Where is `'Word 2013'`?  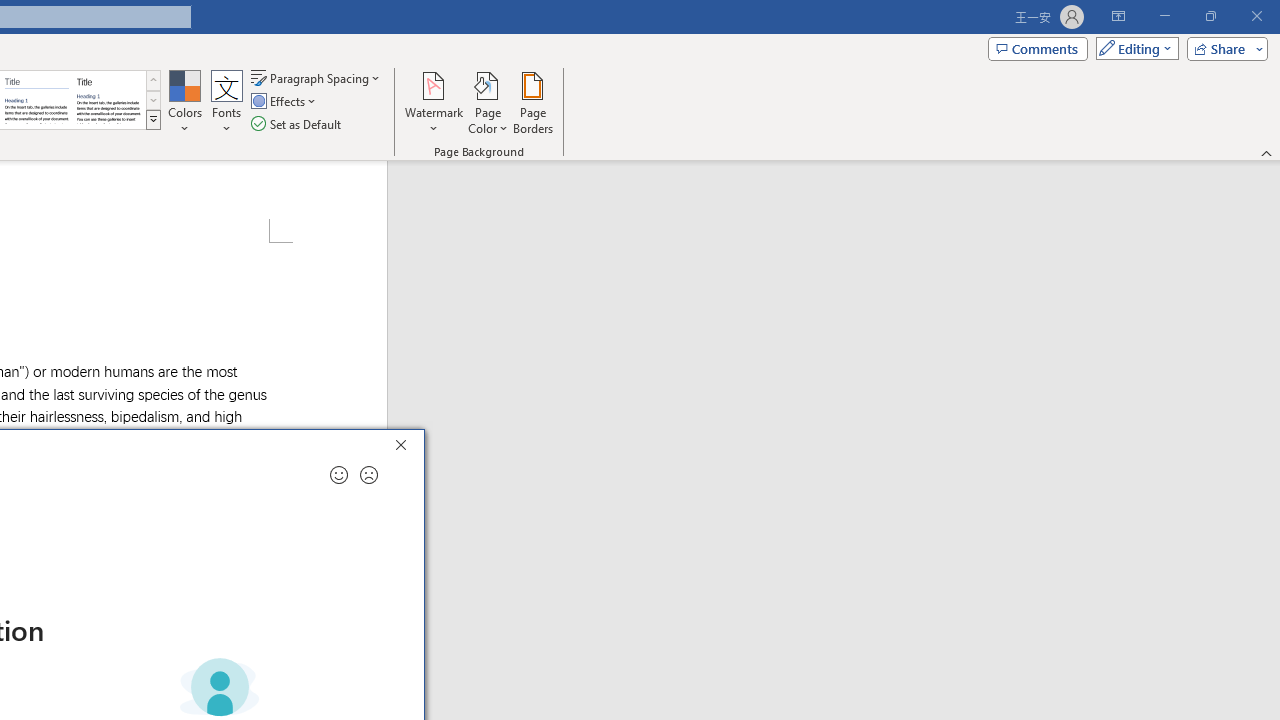
'Word 2013' is located at coordinates (107, 100).